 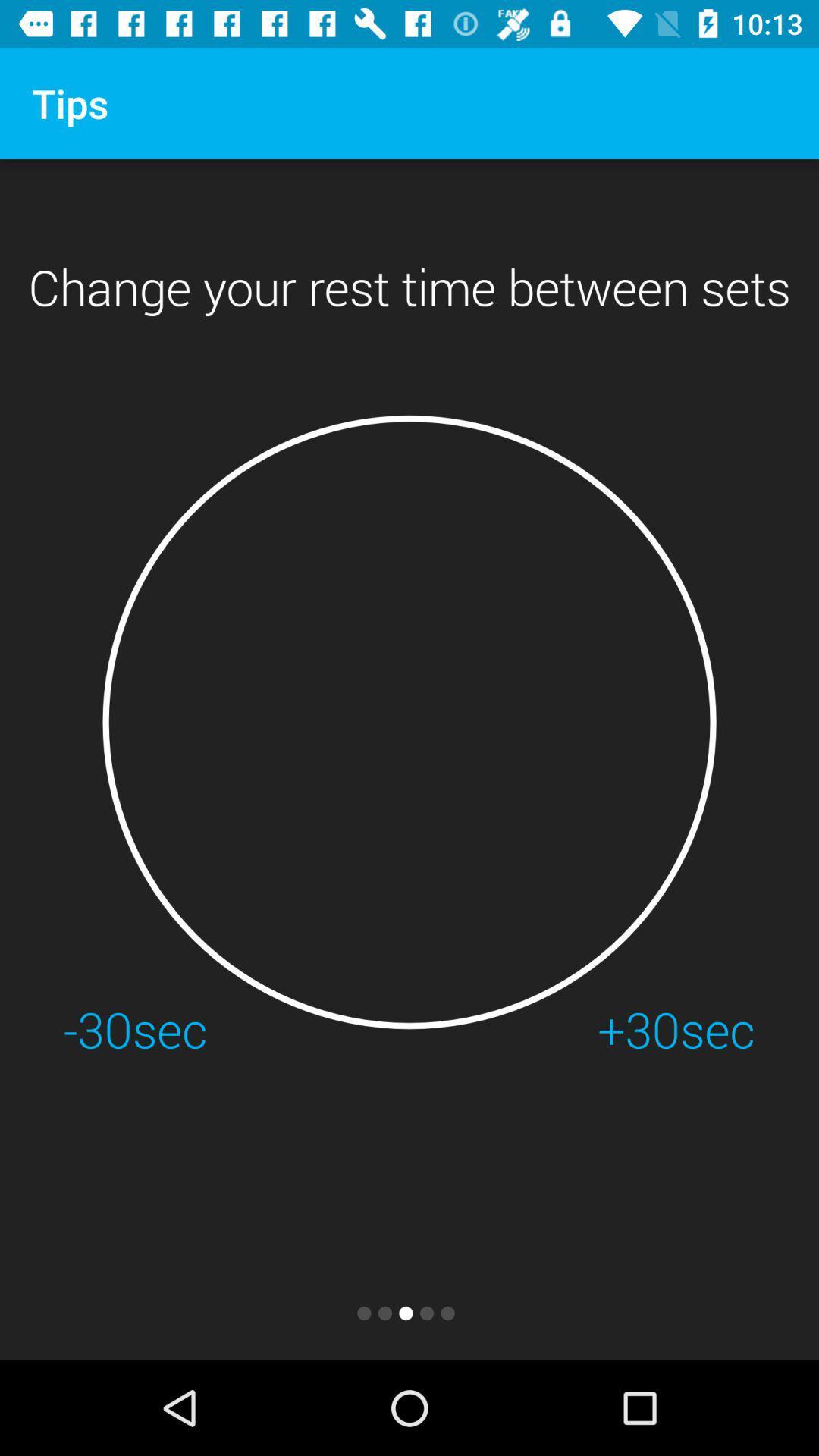 I want to click on the item below change your rest, so click(x=409, y=721).